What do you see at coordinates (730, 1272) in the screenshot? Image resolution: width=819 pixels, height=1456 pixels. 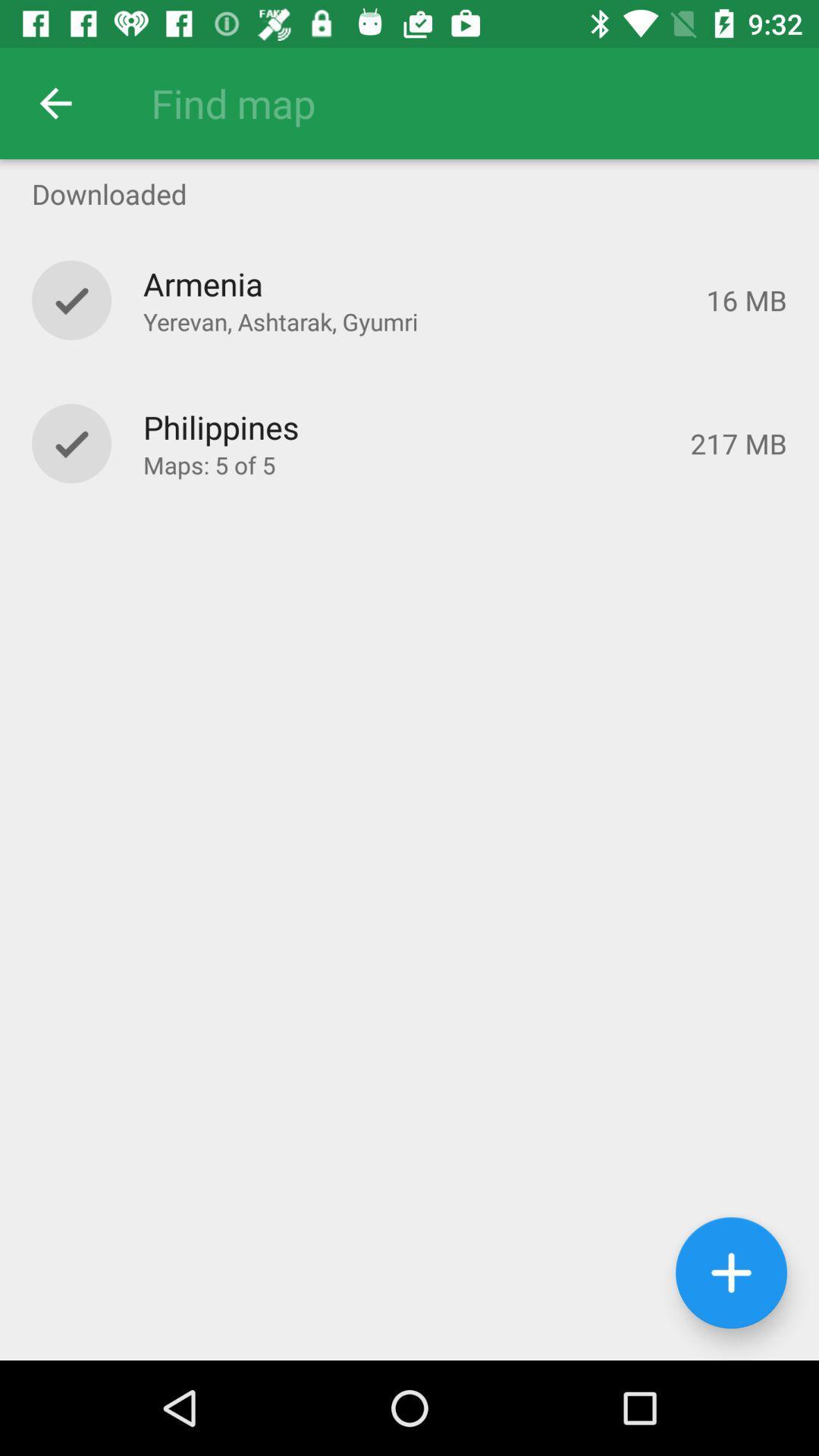 I see `the add icon` at bounding box center [730, 1272].